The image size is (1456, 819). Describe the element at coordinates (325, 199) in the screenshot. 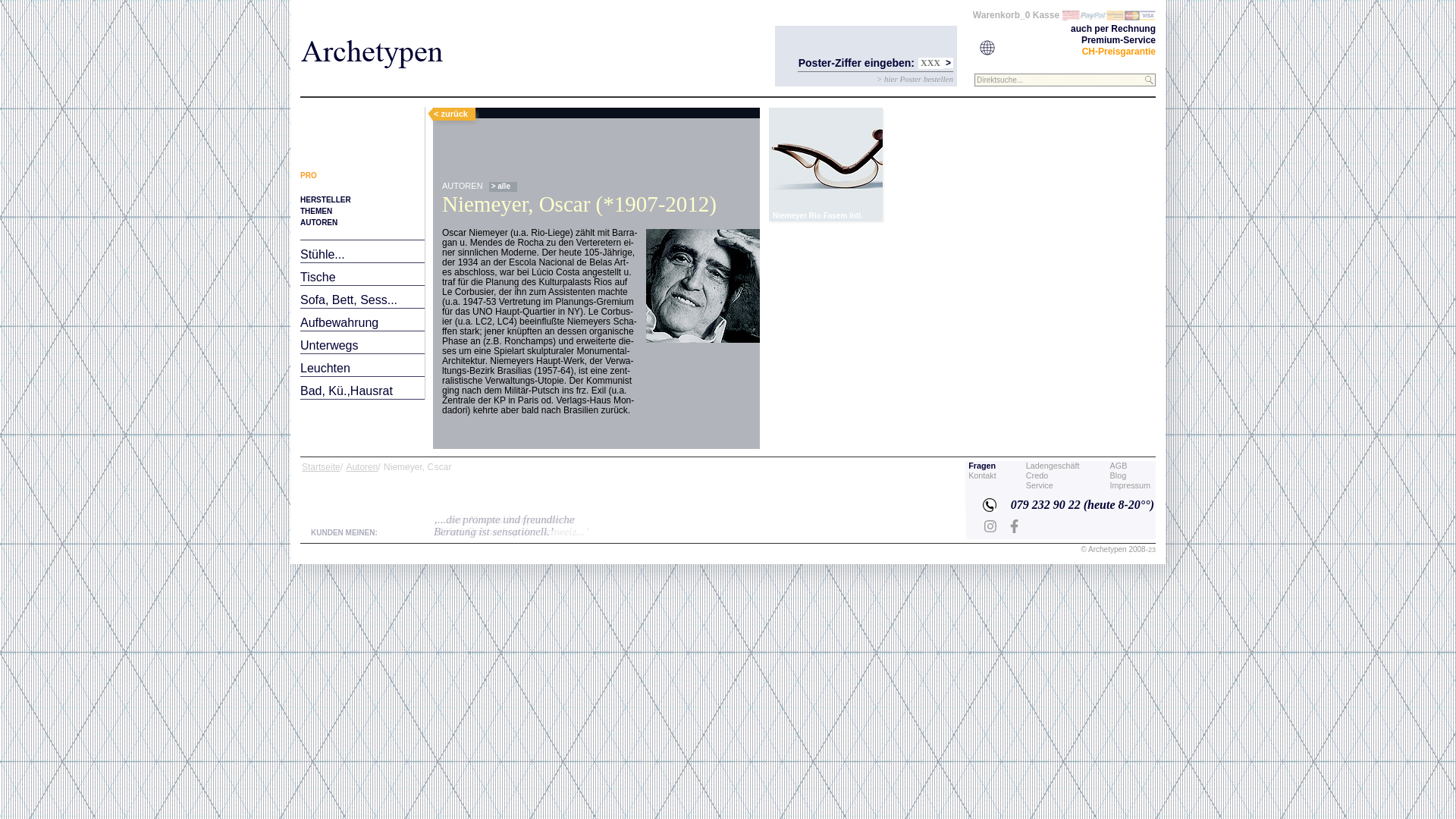

I see `'HERSTELLER'` at that location.